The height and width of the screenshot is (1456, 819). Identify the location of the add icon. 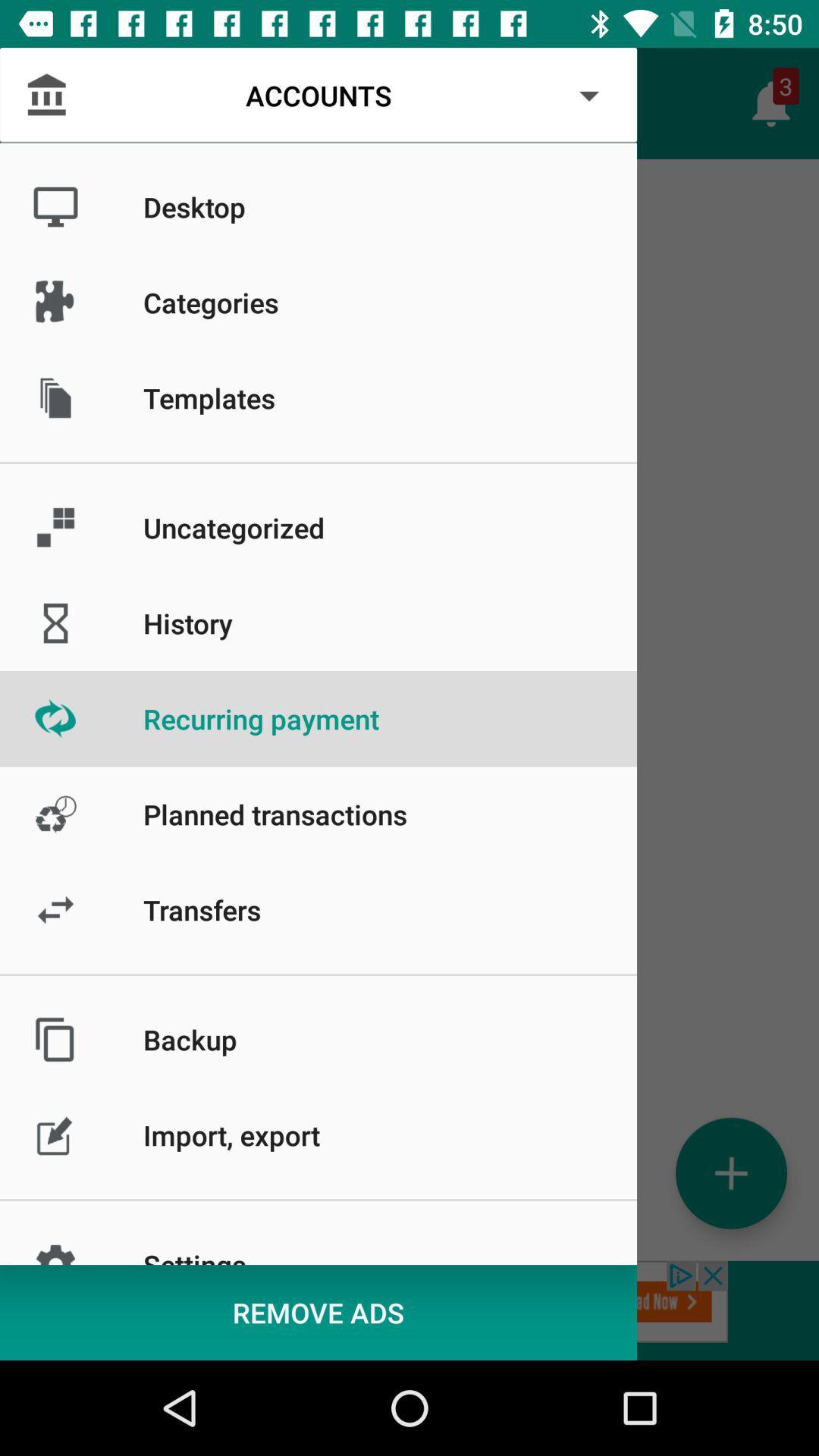
(730, 1172).